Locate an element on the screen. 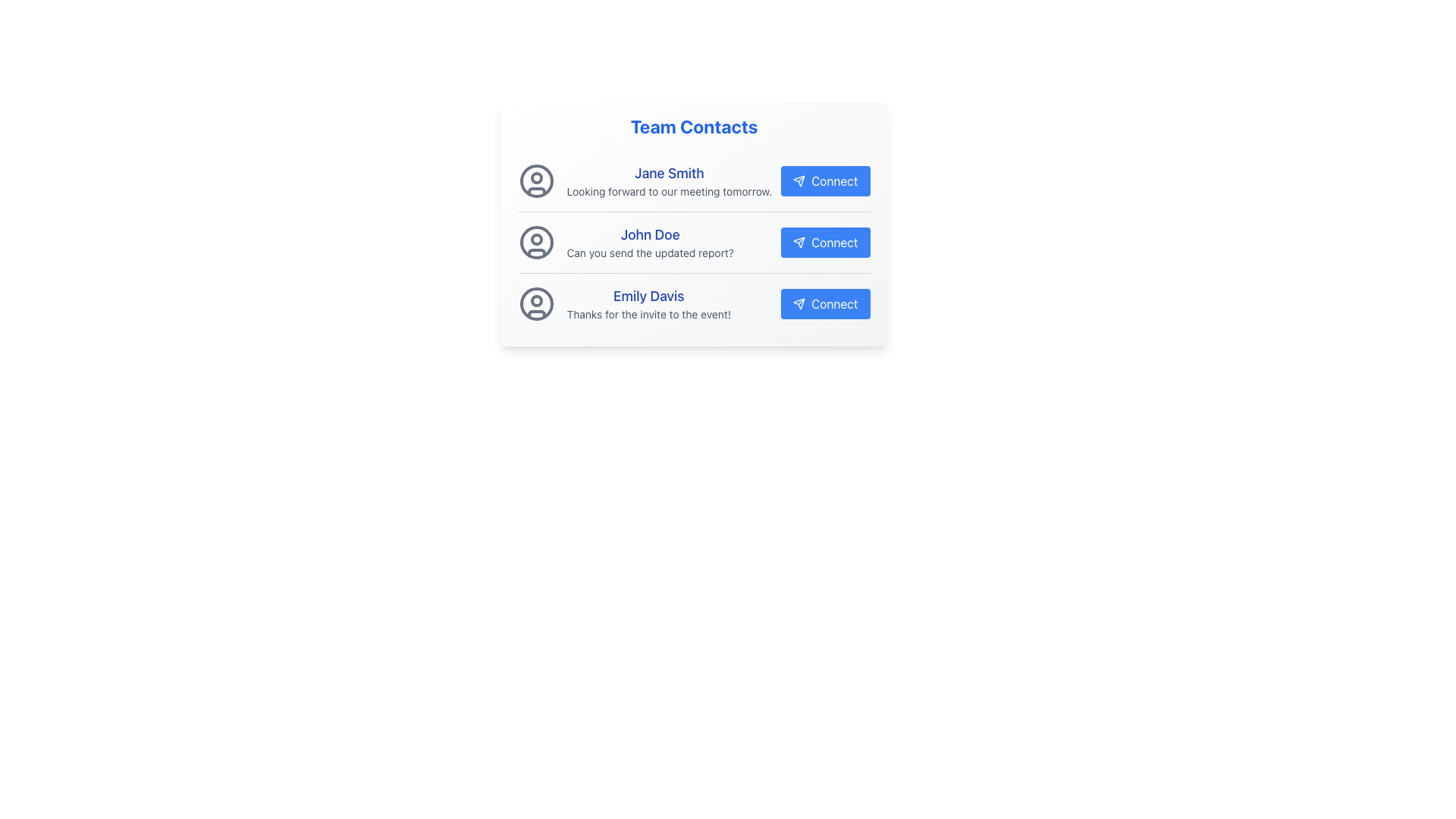 This screenshot has height=819, width=1456. the contact icon representing 'Jane Smith' in the 'Team Contacts' list, located to the far left of her name is located at coordinates (536, 180).